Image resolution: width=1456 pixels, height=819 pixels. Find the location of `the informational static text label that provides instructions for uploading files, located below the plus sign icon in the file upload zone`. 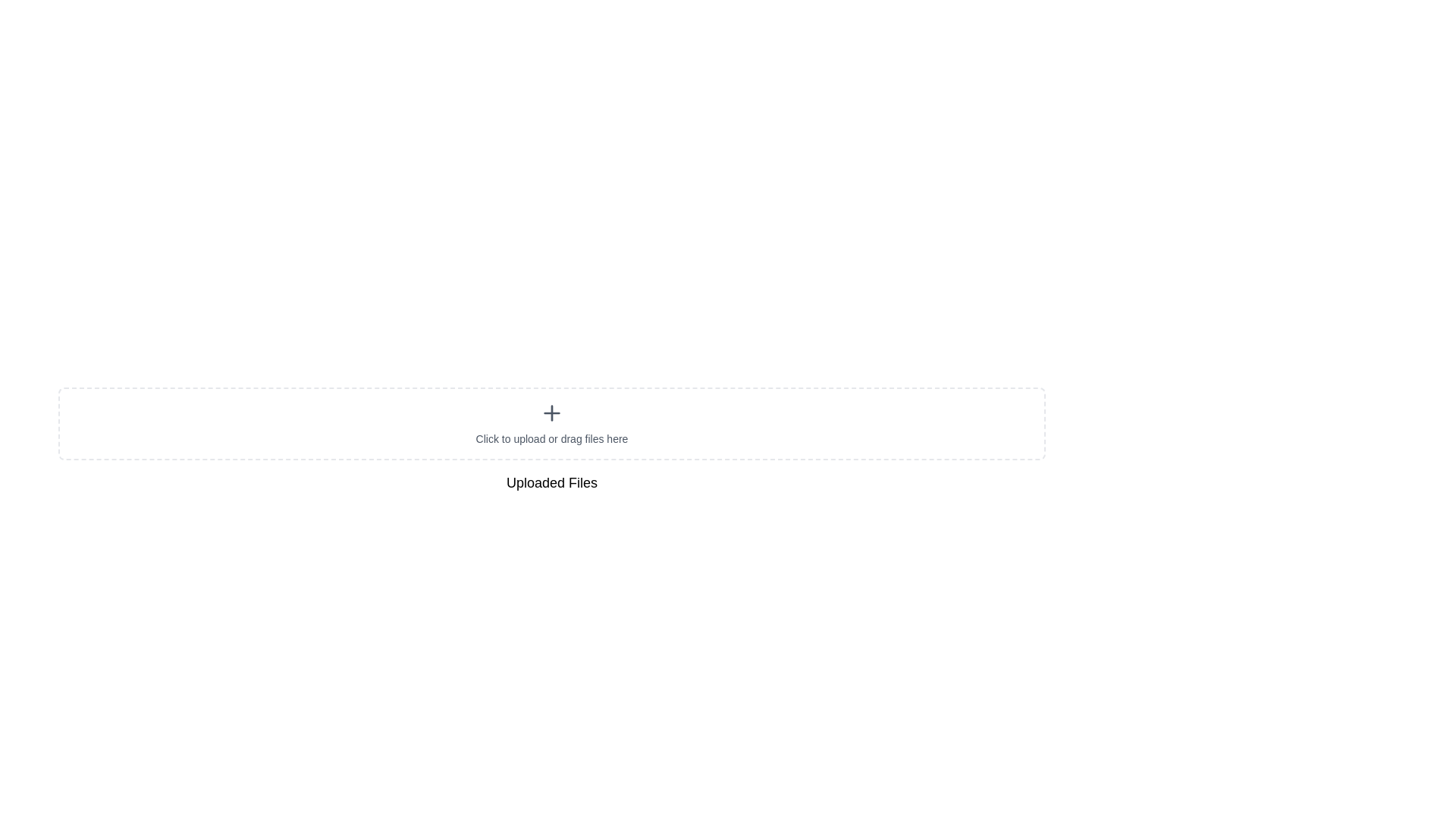

the informational static text label that provides instructions for uploading files, located below the plus sign icon in the file upload zone is located at coordinates (551, 438).